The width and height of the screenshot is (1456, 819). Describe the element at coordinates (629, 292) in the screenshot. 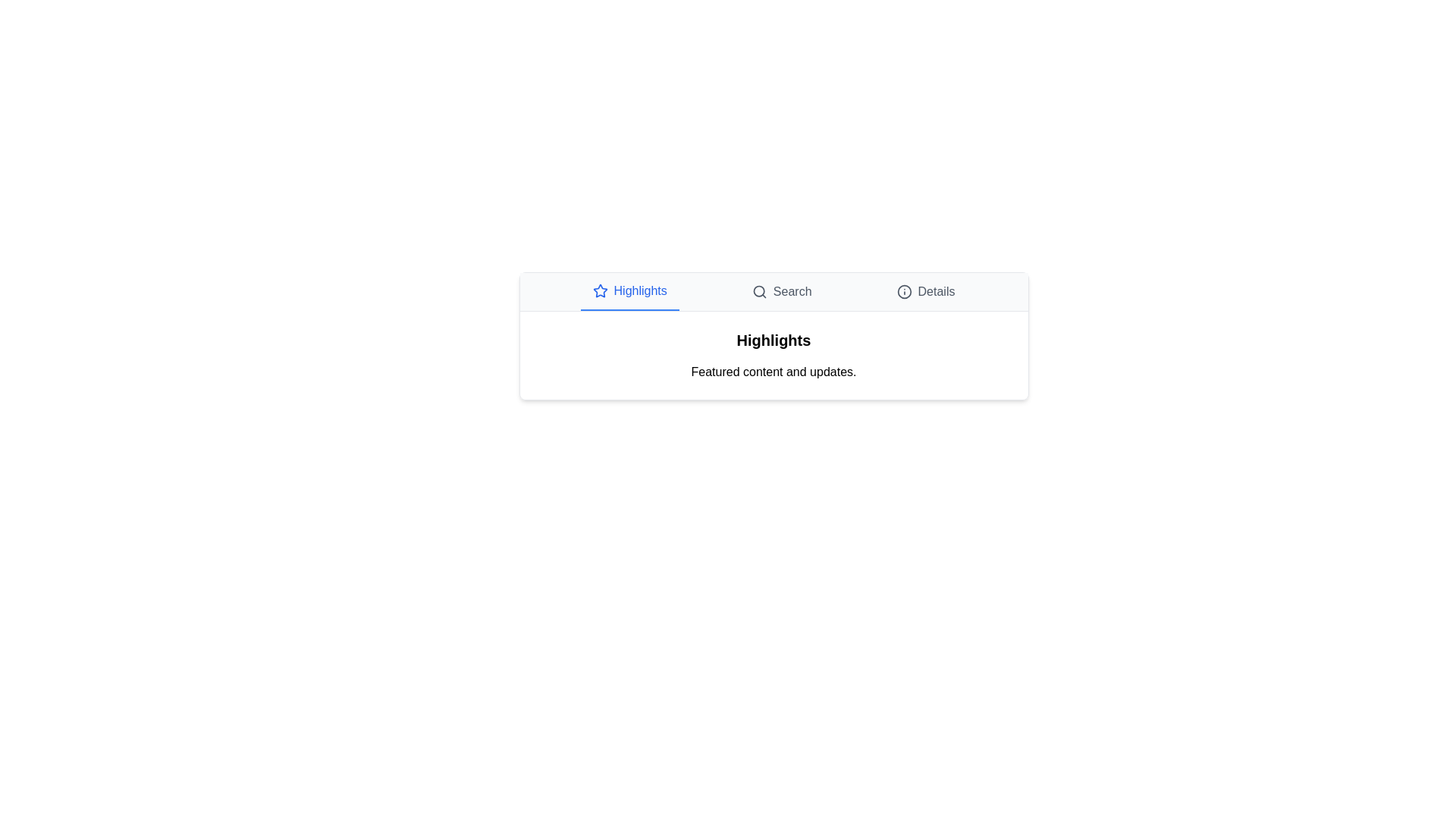

I see `the Highlights tab by clicking on its title` at that location.